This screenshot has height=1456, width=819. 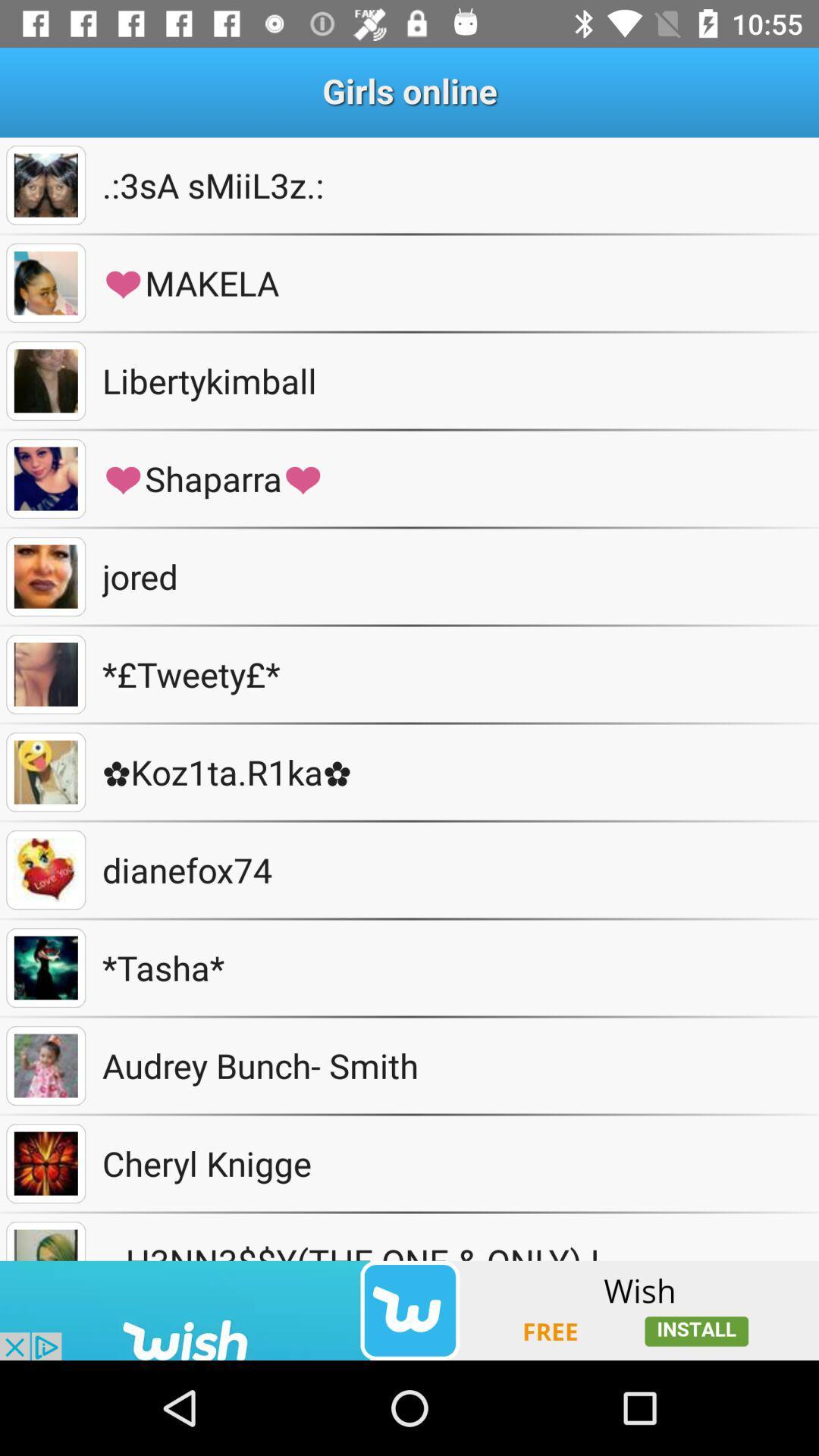 What do you see at coordinates (45, 478) in the screenshot?
I see `whats select` at bounding box center [45, 478].